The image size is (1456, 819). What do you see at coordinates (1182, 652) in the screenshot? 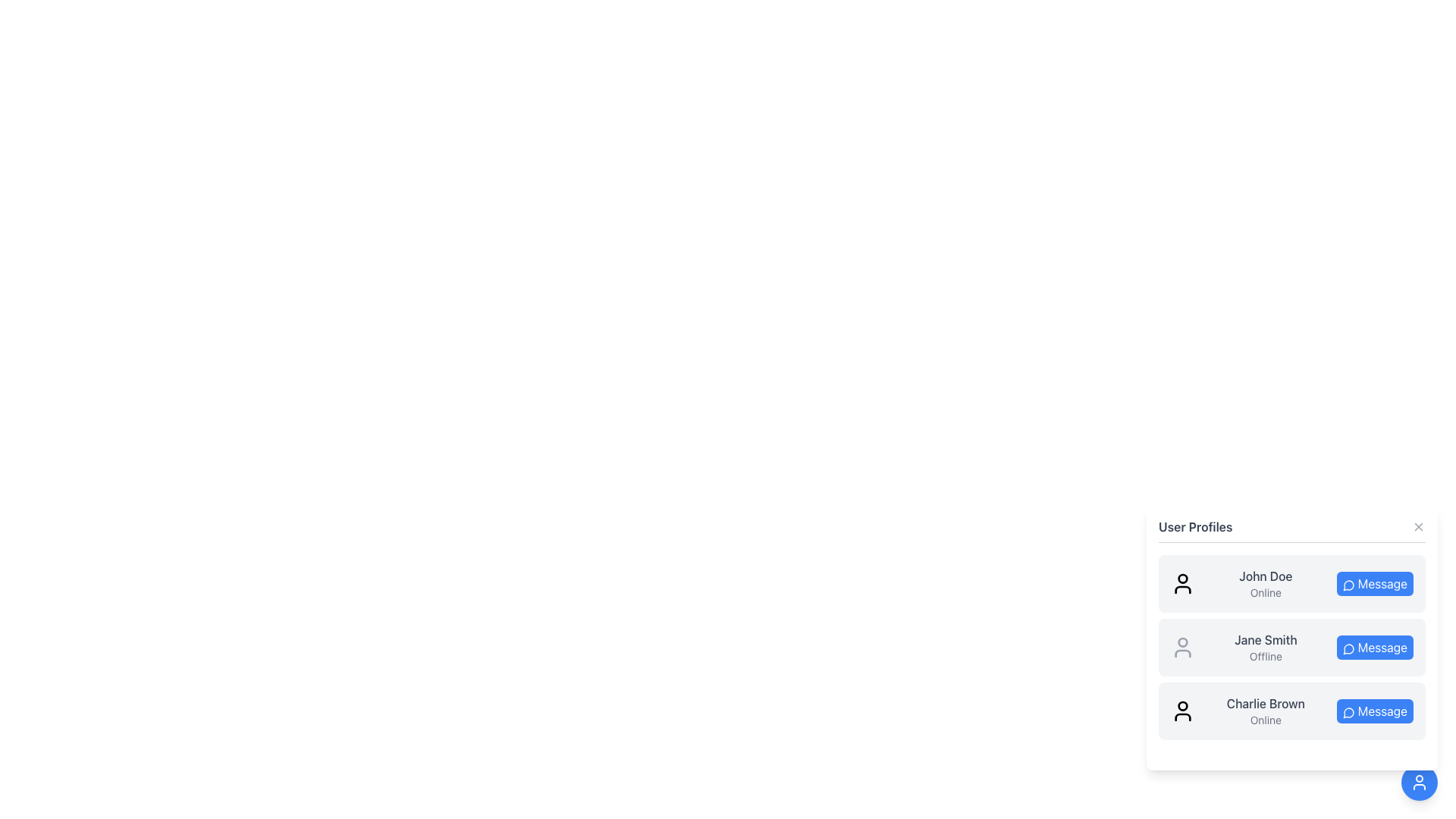
I see `the Status indicator icon for the user 'Jane Smith' located in the bottom-right corner of the 'User Profiles' panel, positioned below her user avatar` at bounding box center [1182, 652].